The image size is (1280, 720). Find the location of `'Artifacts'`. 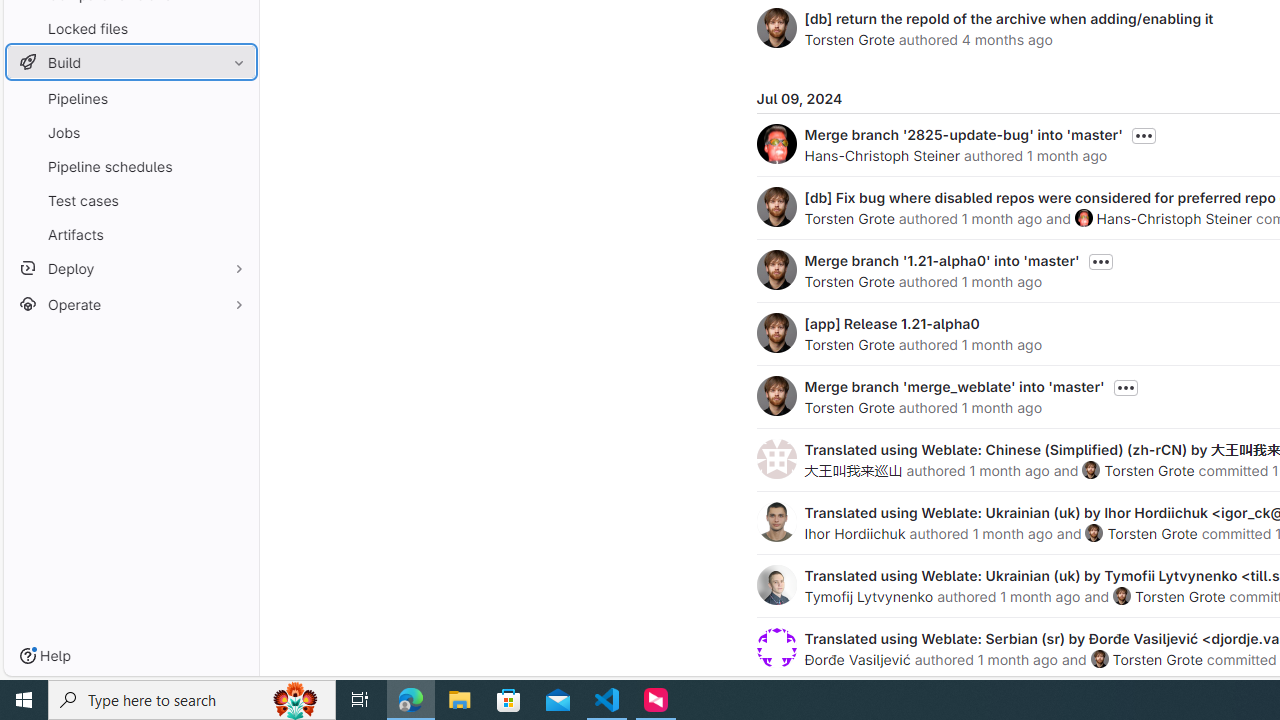

'Artifacts' is located at coordinates (130, 233).